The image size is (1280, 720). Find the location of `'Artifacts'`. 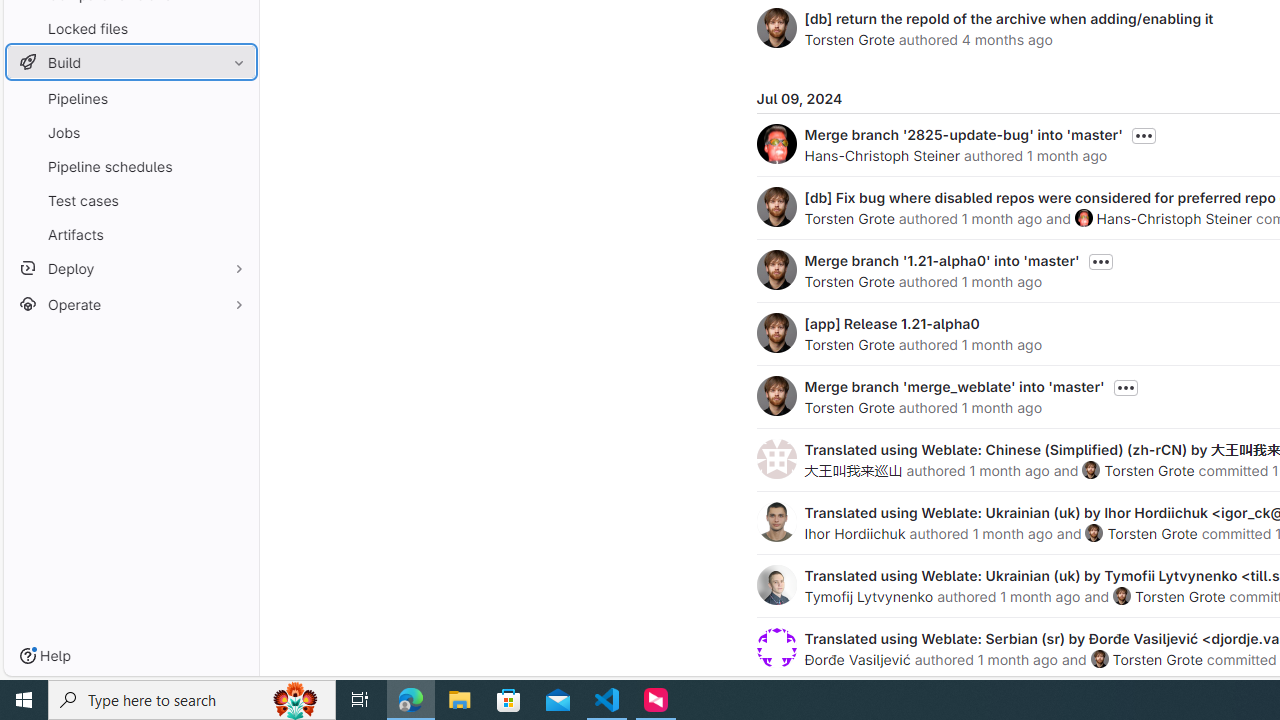

'Artifacts' is located at coordinates (130, 233).